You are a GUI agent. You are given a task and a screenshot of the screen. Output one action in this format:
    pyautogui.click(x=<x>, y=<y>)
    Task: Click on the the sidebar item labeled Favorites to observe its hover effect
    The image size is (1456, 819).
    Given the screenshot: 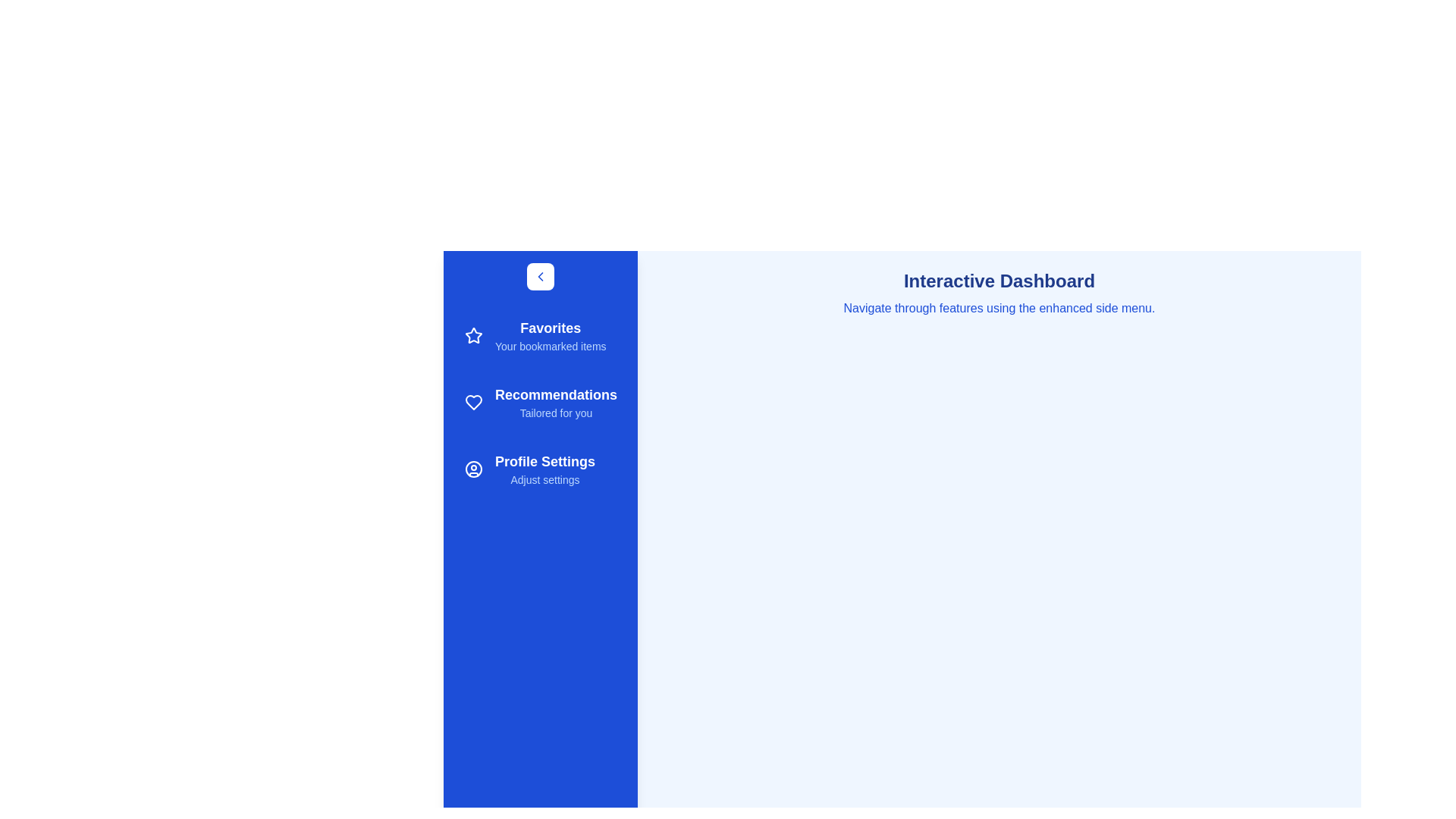 What is the action you would take?
    pyautogui.click(x=541, y=335)
    